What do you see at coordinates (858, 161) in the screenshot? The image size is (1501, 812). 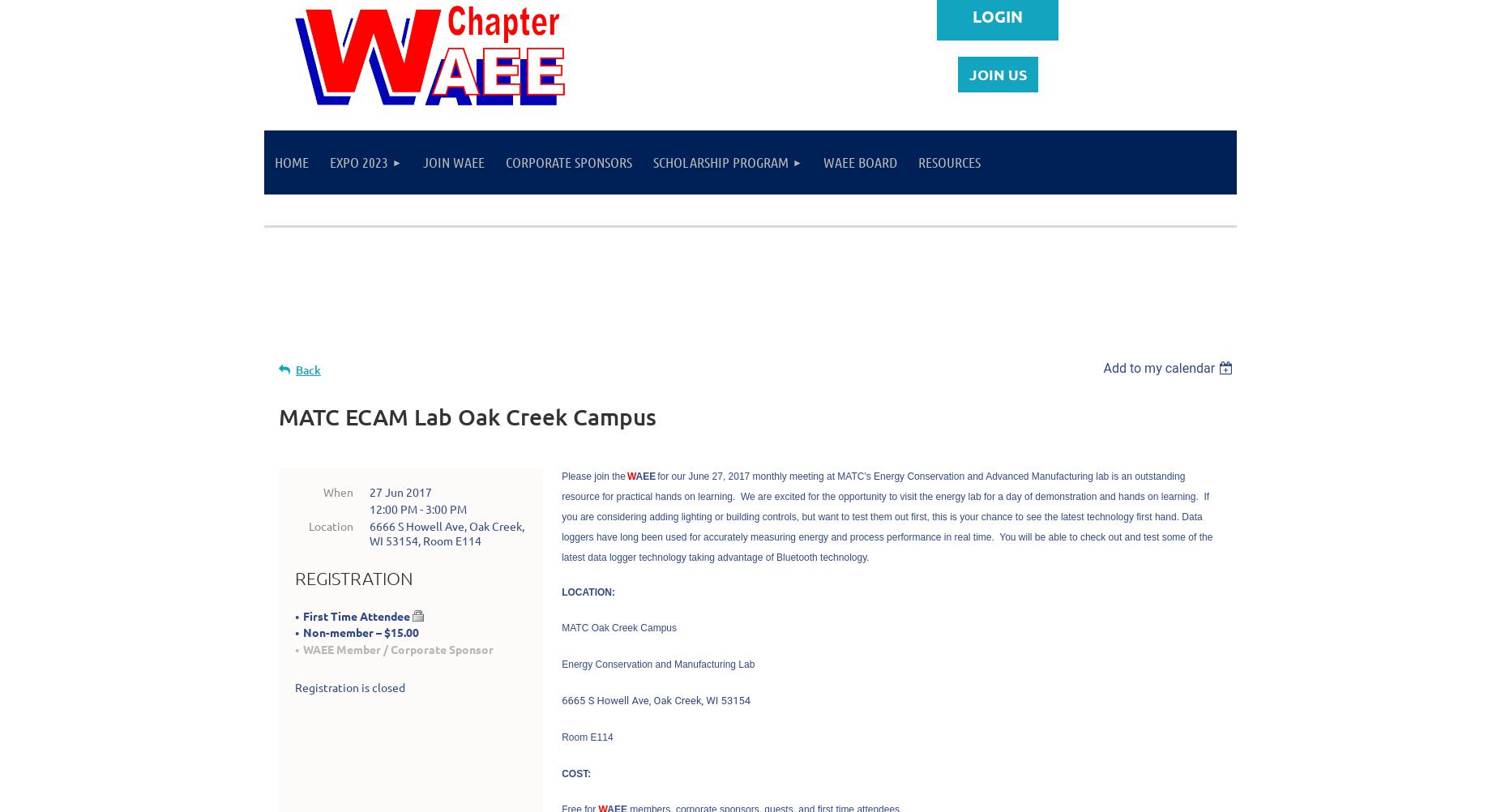 I see `'WAEE Board'` at bounding box center [858, 161].